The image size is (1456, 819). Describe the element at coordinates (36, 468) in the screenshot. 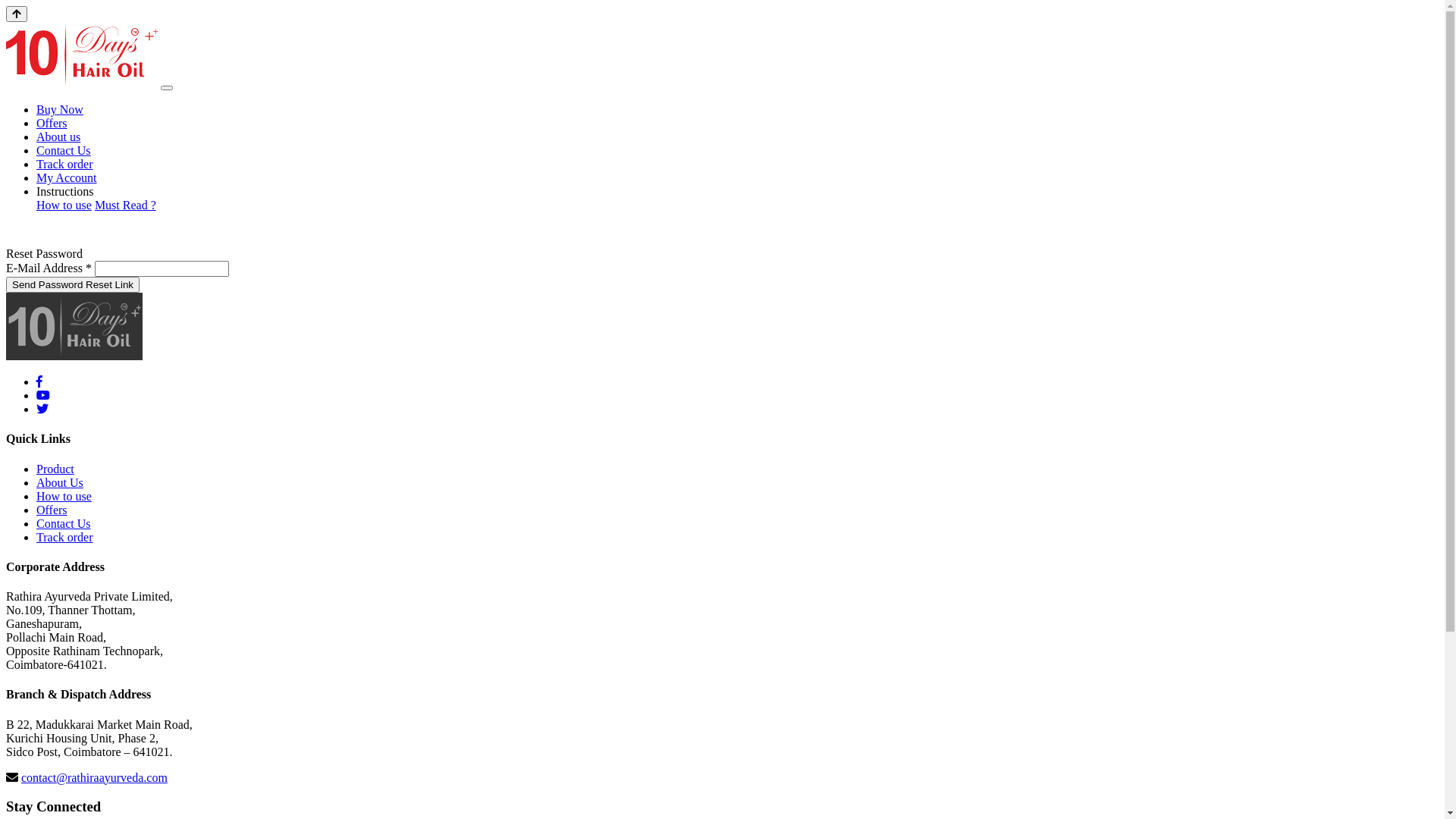

I see `'Product'` at that location.